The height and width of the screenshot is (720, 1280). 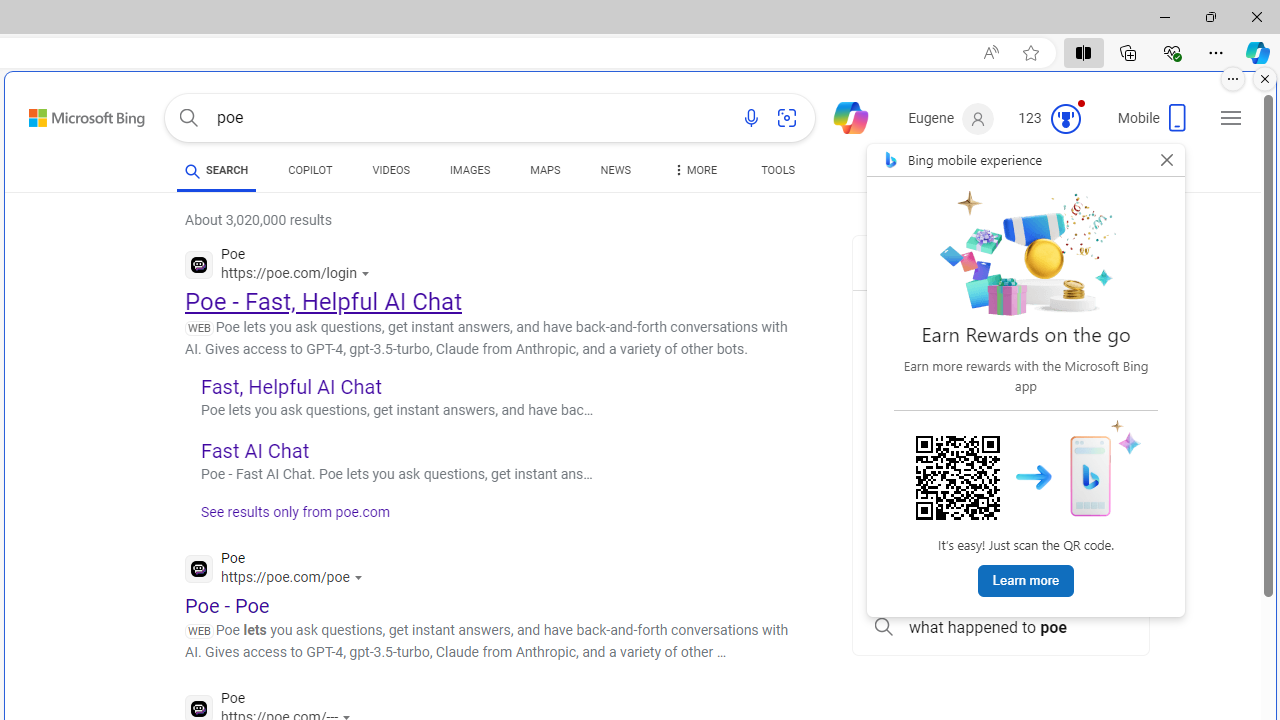 I want to click on 'SEARCH', so click(x=216, y=170).